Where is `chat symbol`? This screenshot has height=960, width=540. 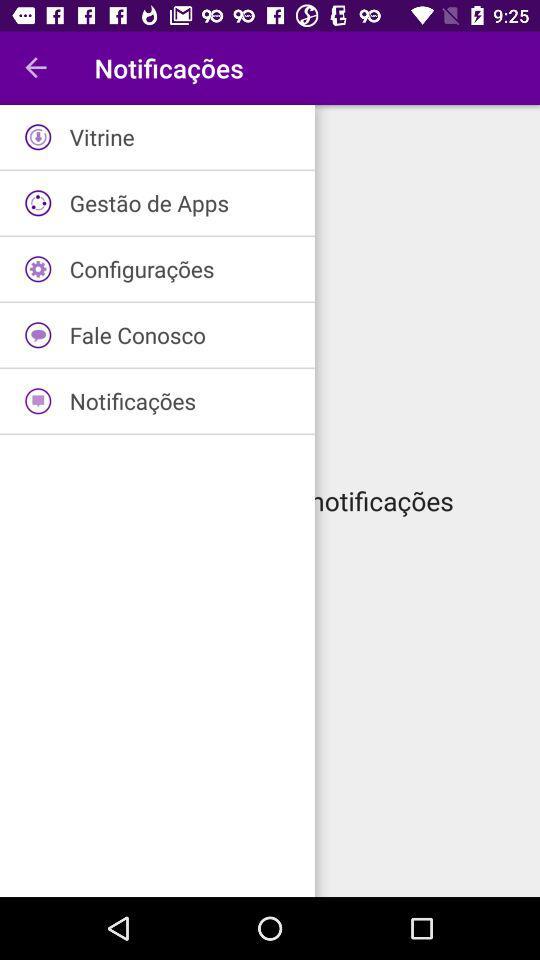 chat symbol is located at coordinates (38, 335).